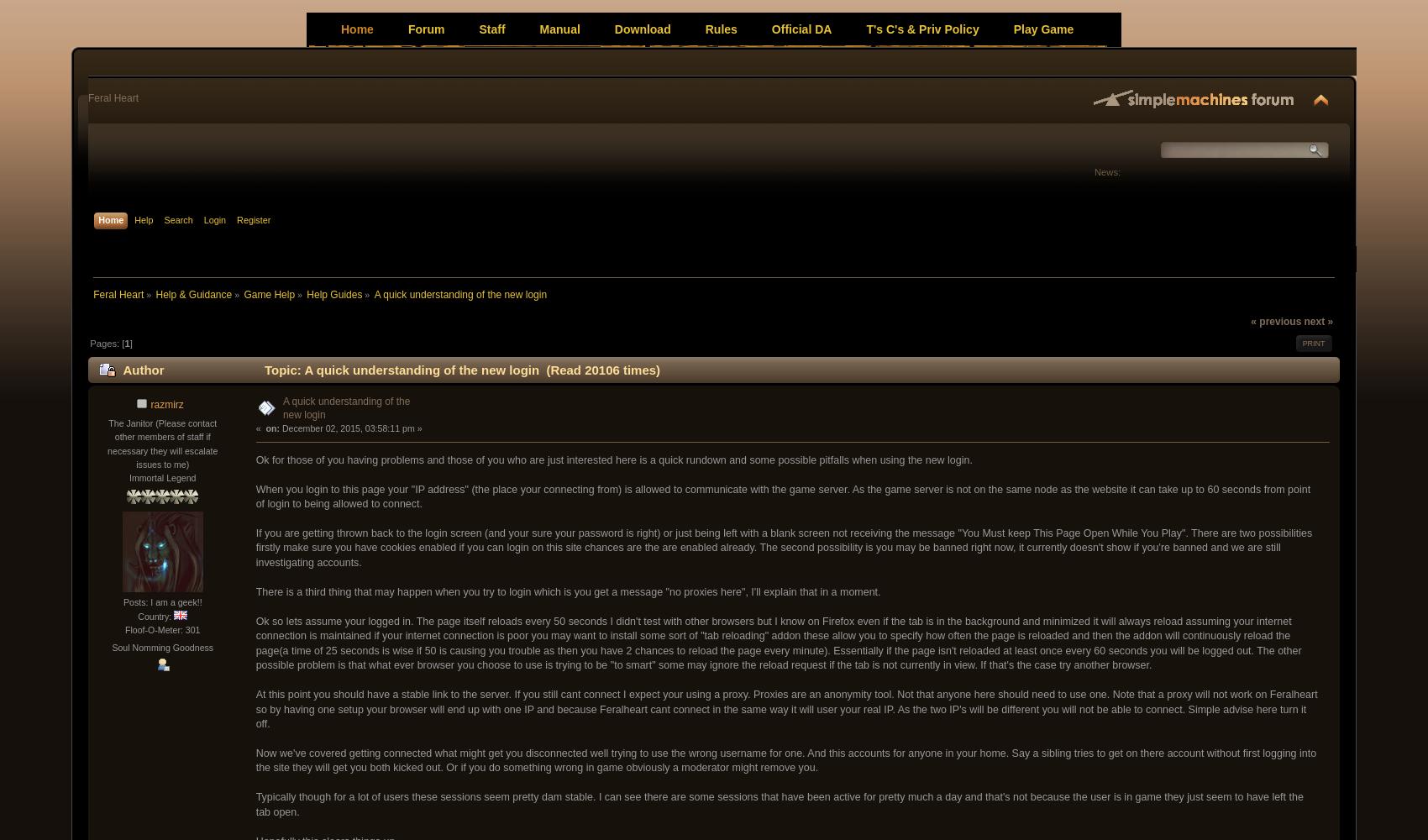  I want to click on 'When you login to this page your "IP address" (the place your connecting from) is allowed to communicate with the game server. As the game server is not on the same node as the website it can take up to 60 seconds from point of login to being allowed to connect.', so click(782, 495).